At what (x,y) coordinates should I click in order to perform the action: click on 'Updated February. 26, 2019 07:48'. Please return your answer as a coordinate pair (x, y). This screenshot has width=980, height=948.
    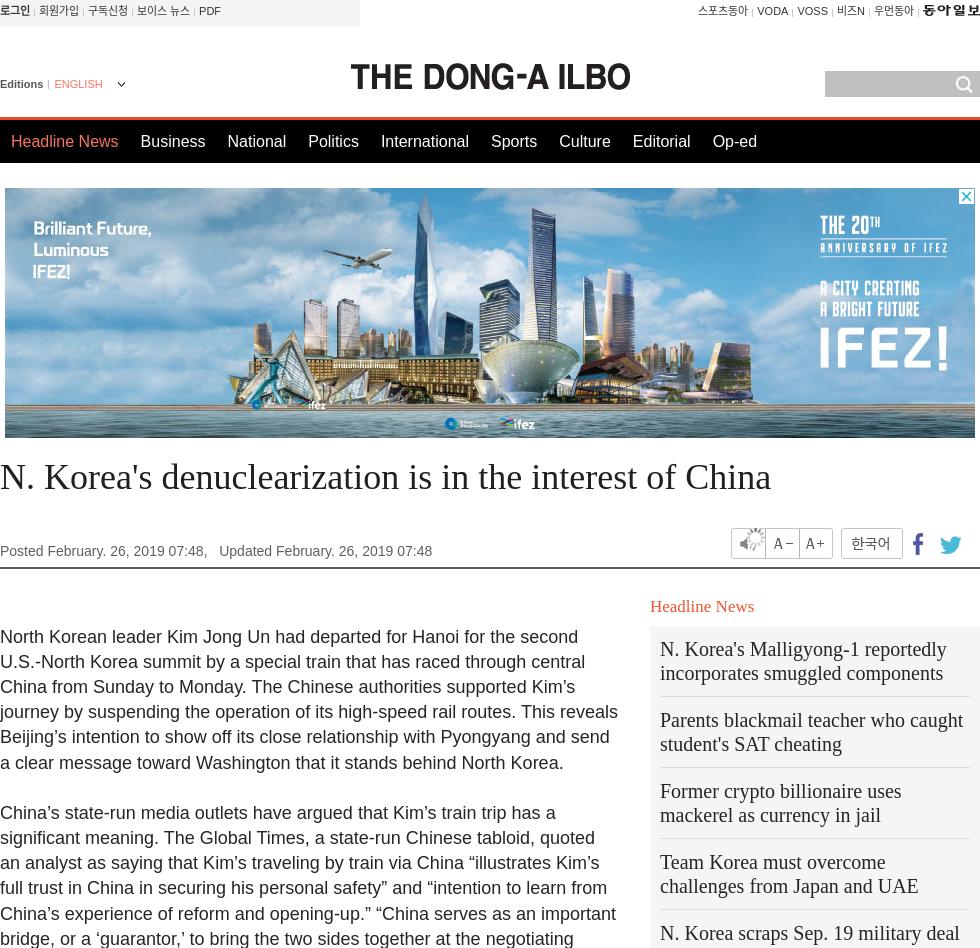
    Looking at the image, I should click on (325, 550).